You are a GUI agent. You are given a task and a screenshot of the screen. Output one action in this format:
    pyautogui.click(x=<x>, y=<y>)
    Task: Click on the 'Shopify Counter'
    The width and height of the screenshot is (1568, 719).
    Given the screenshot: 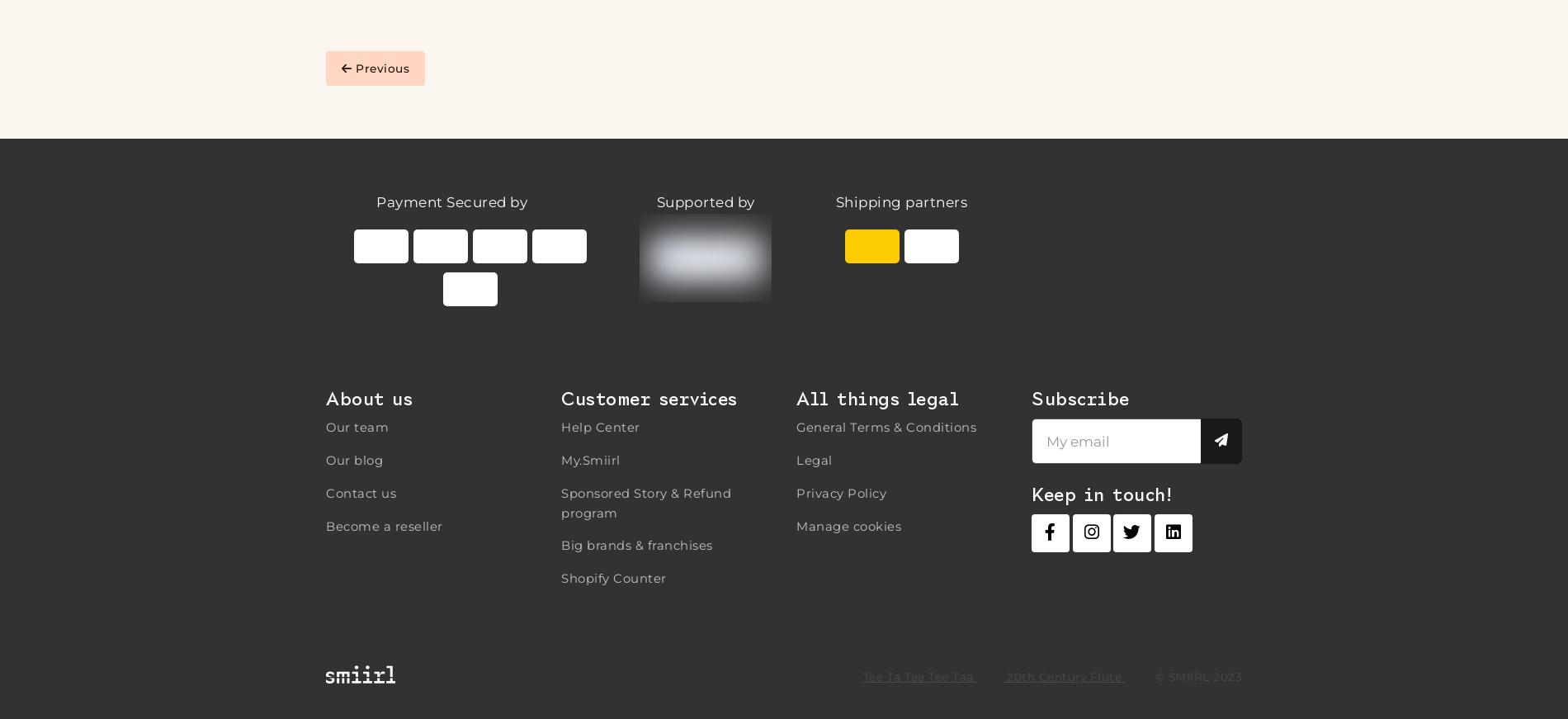 What is the action you would take?
    pyautogui.click(x=612, y=577)
    